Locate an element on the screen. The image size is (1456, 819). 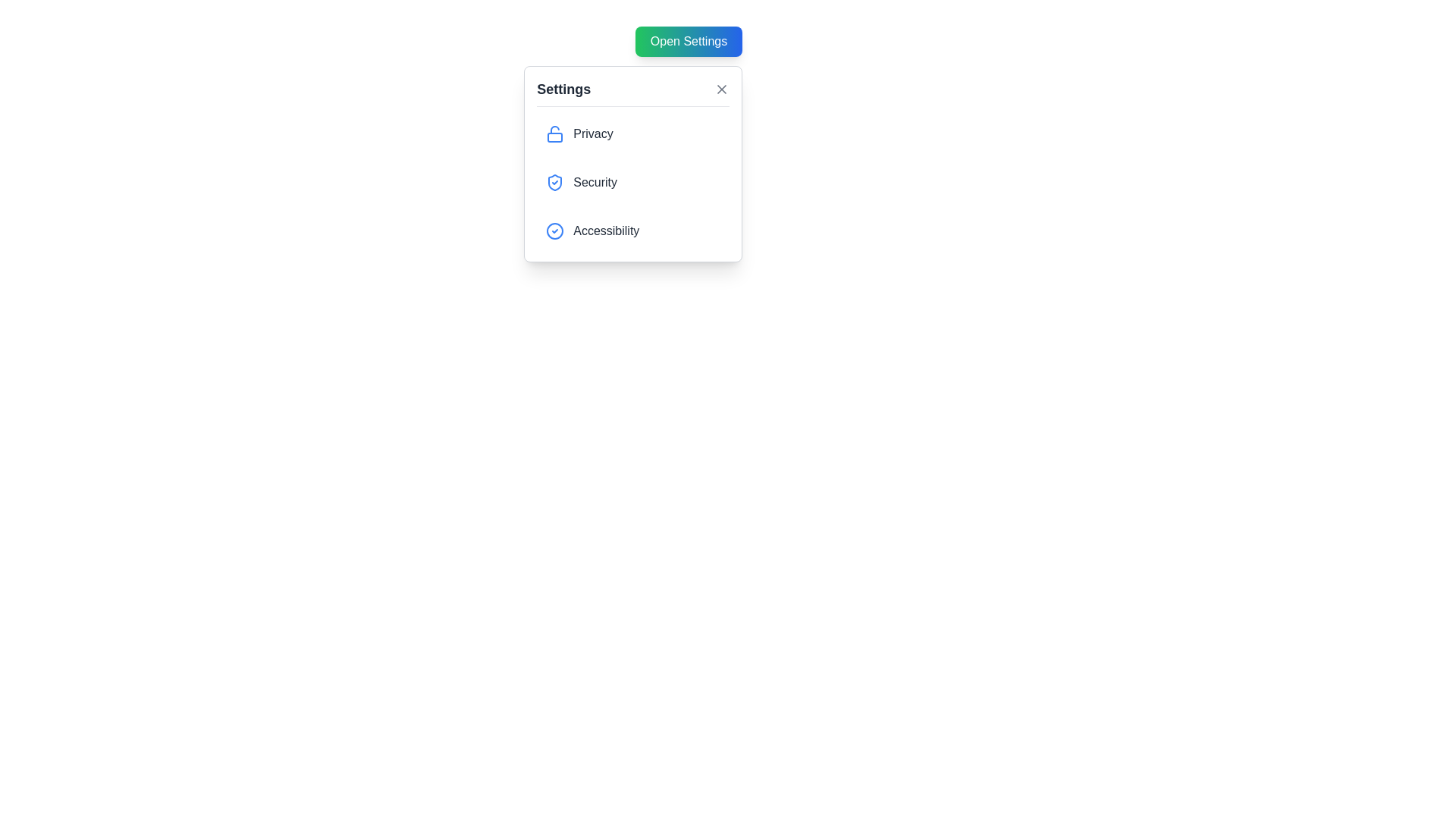
the 'Privacy' menu item in the 'Settings' modal is located at coordinates (633, 133).